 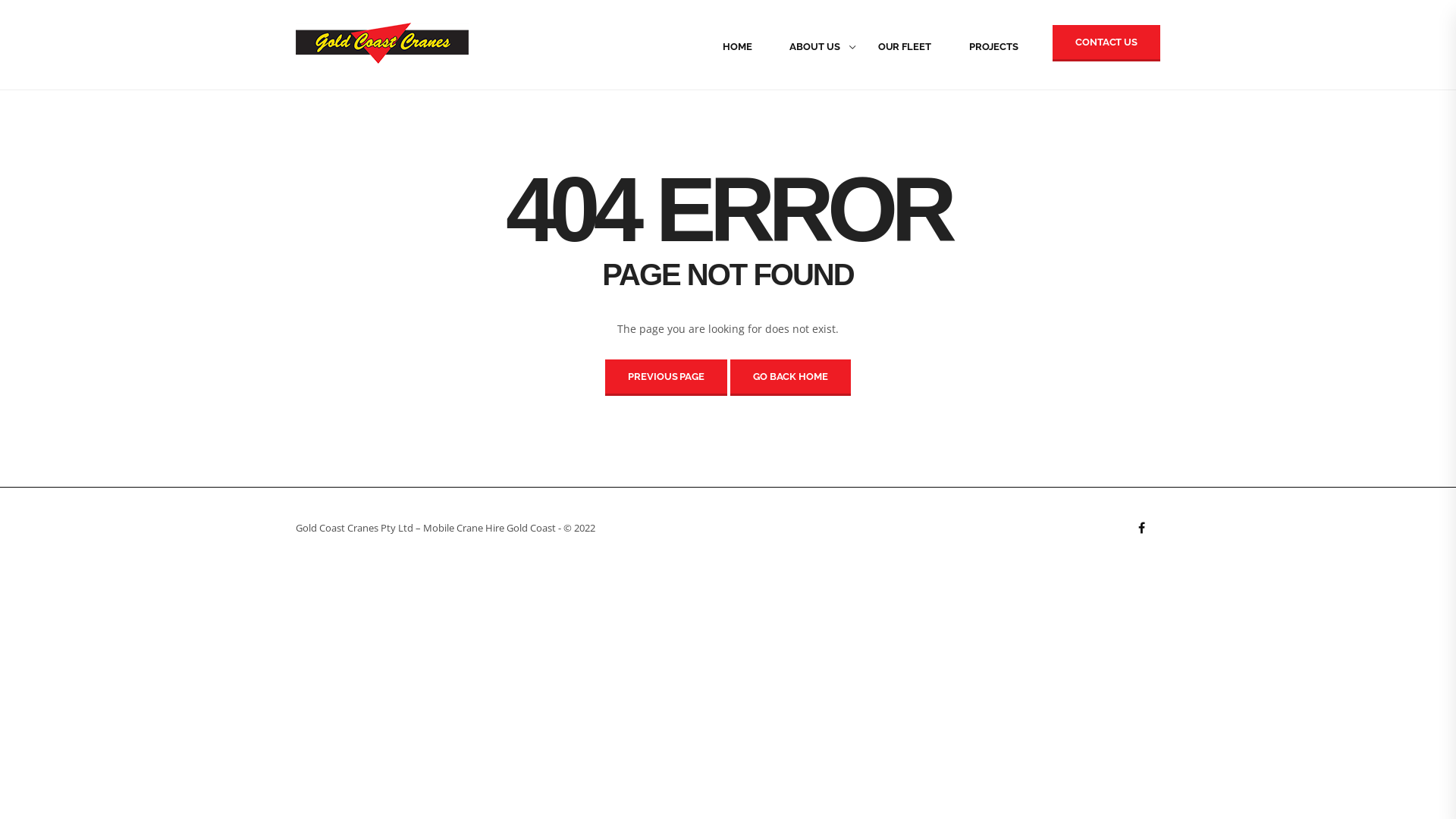 I want to click on 'PREVIOUS PAGE', so click(x=666, y=376).